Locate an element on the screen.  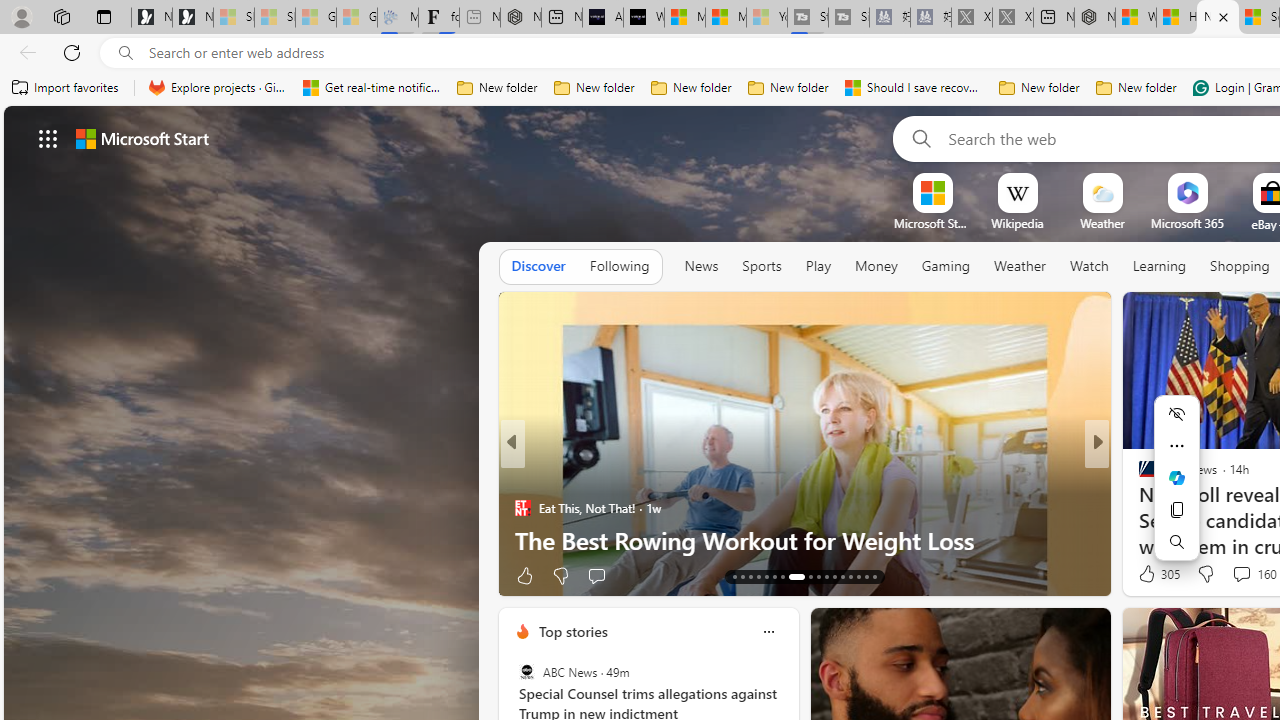
'AutomationID: tab-17' is located at coordinates (765, 577).